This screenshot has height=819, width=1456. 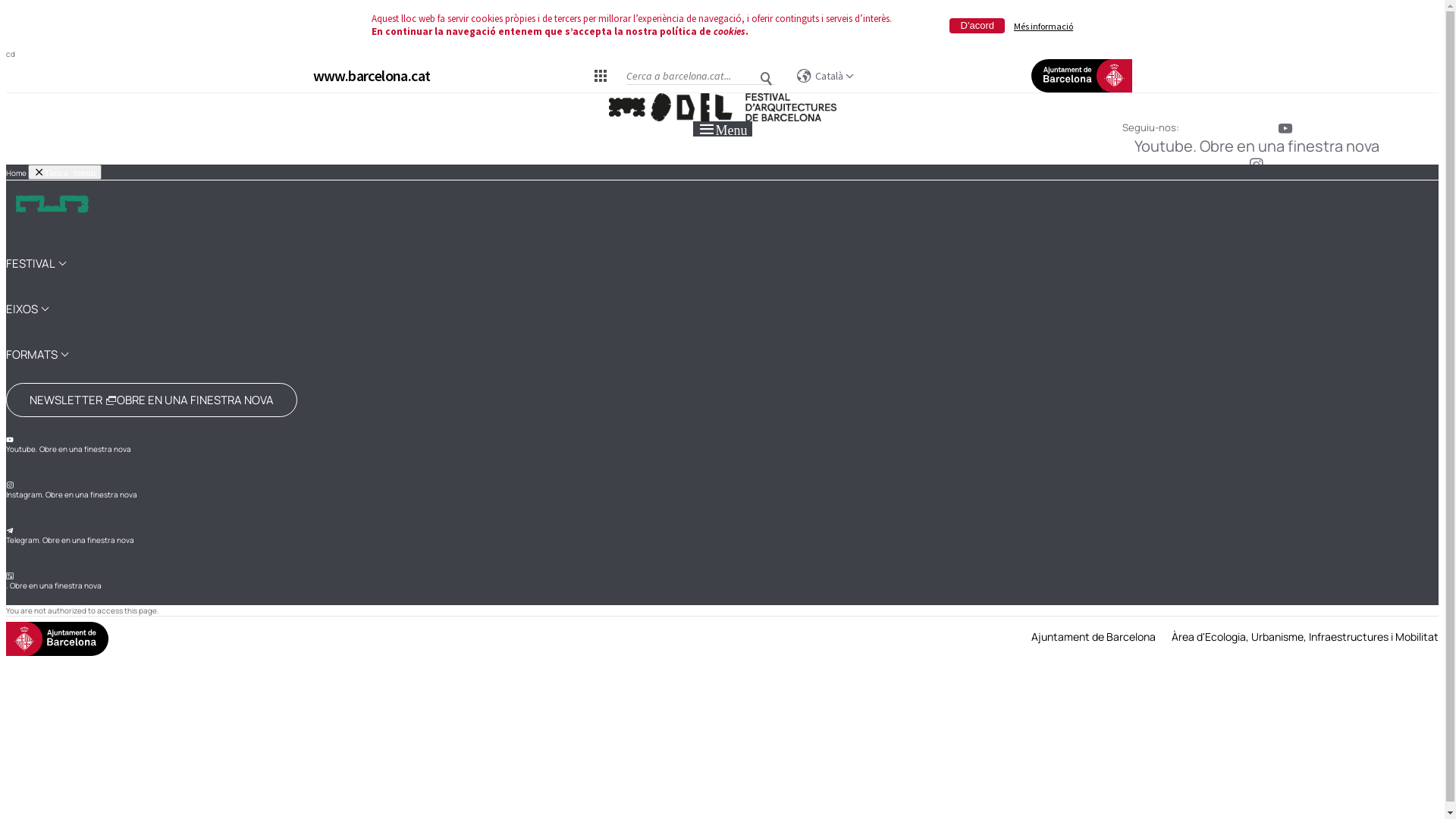 What do you see at coordinates (71, 491) in the screenshot?
I see `'Instagram. Obre en una finestra nova'` at bounding box center [71, 491].